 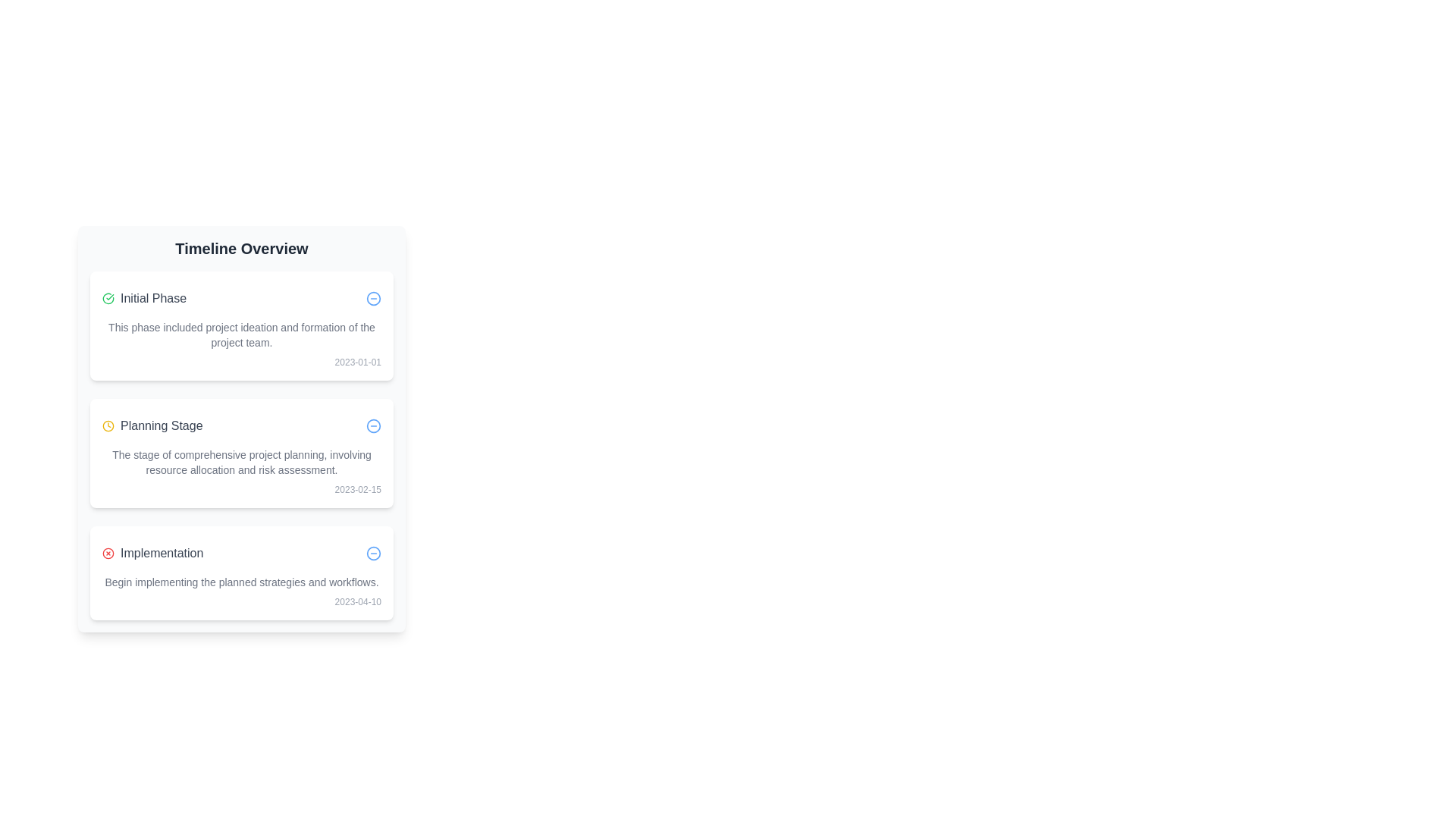 What do you see at coordinates (108, 426) in the screenshot?
I see `the Circle element representing the outer frame of the clock icon in the 'Planning Stage' timeline entry of the 'Timeline Overview' section` at bounding box center [108, 426].